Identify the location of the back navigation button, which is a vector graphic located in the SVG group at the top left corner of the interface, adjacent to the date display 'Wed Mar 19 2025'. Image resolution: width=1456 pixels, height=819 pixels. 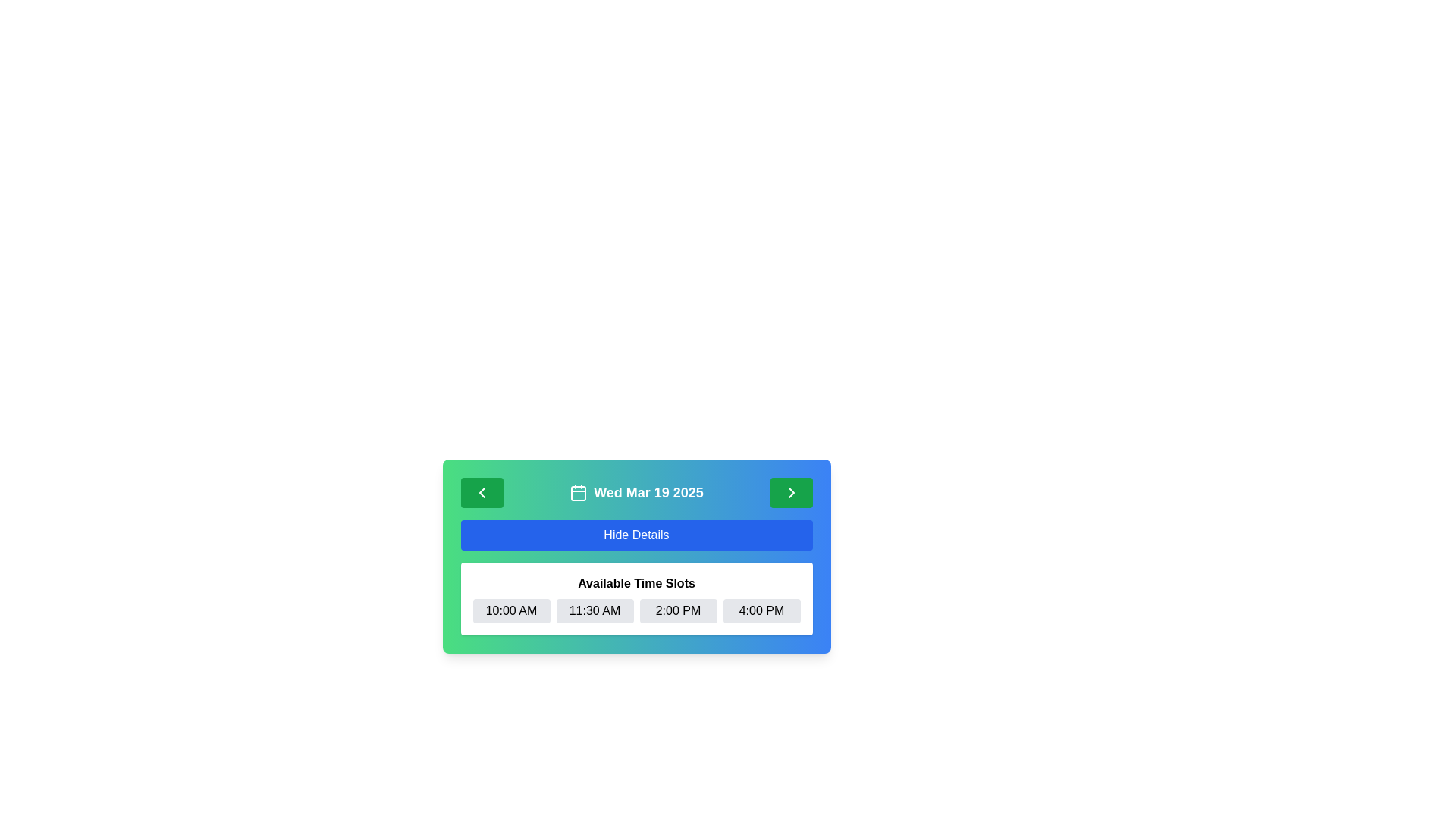
(481, 493).